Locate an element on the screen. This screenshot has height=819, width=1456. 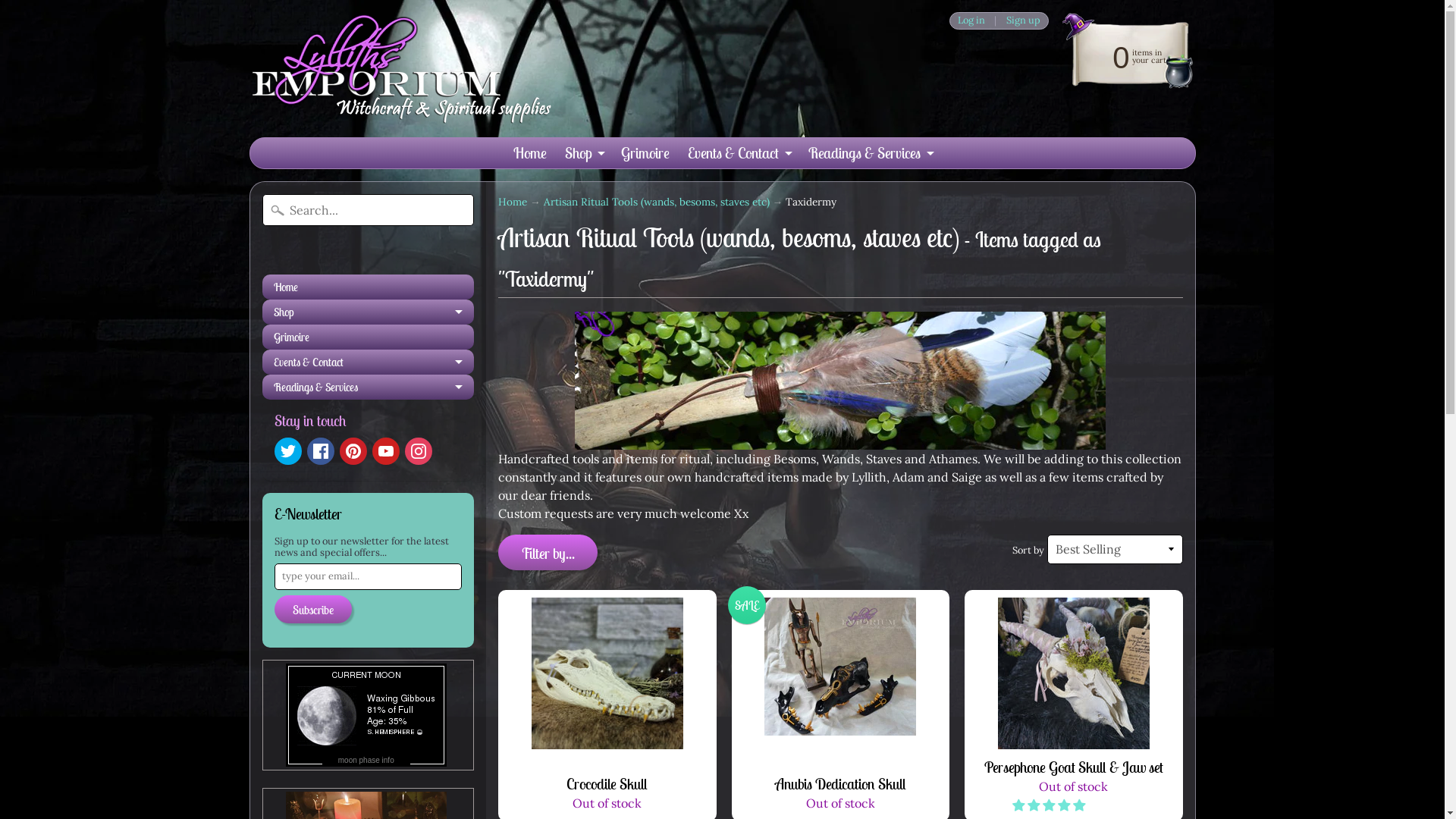
'Shop' is located at coordinates (368, 311).